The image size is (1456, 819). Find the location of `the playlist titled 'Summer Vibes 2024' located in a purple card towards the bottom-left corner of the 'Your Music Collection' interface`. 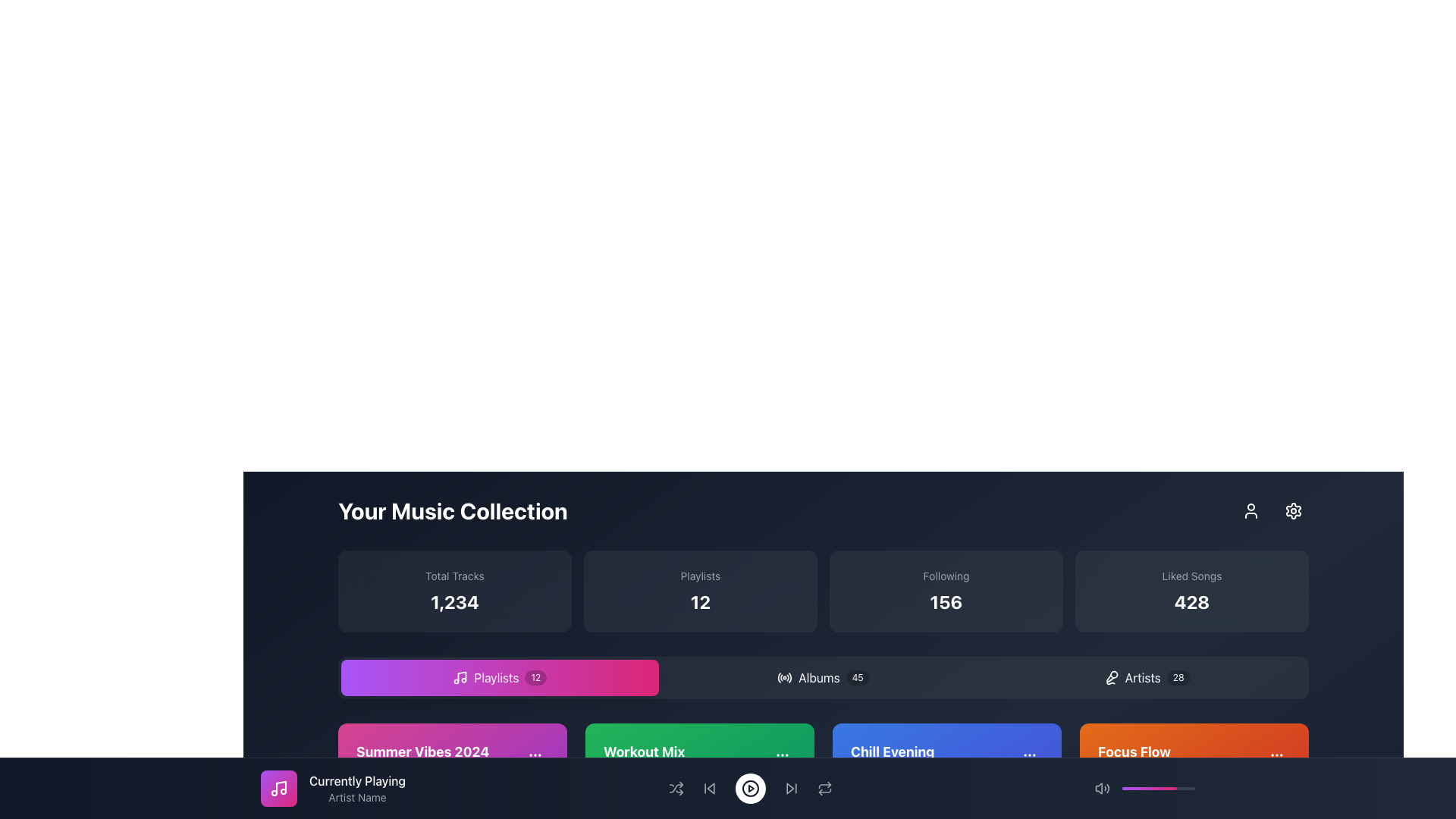

the playlist titled 'Summer Vibes 2024' located in a purple card towards the bottom-left corner of the 'Your Music Collection' interface is located at coordinates (422, 761).